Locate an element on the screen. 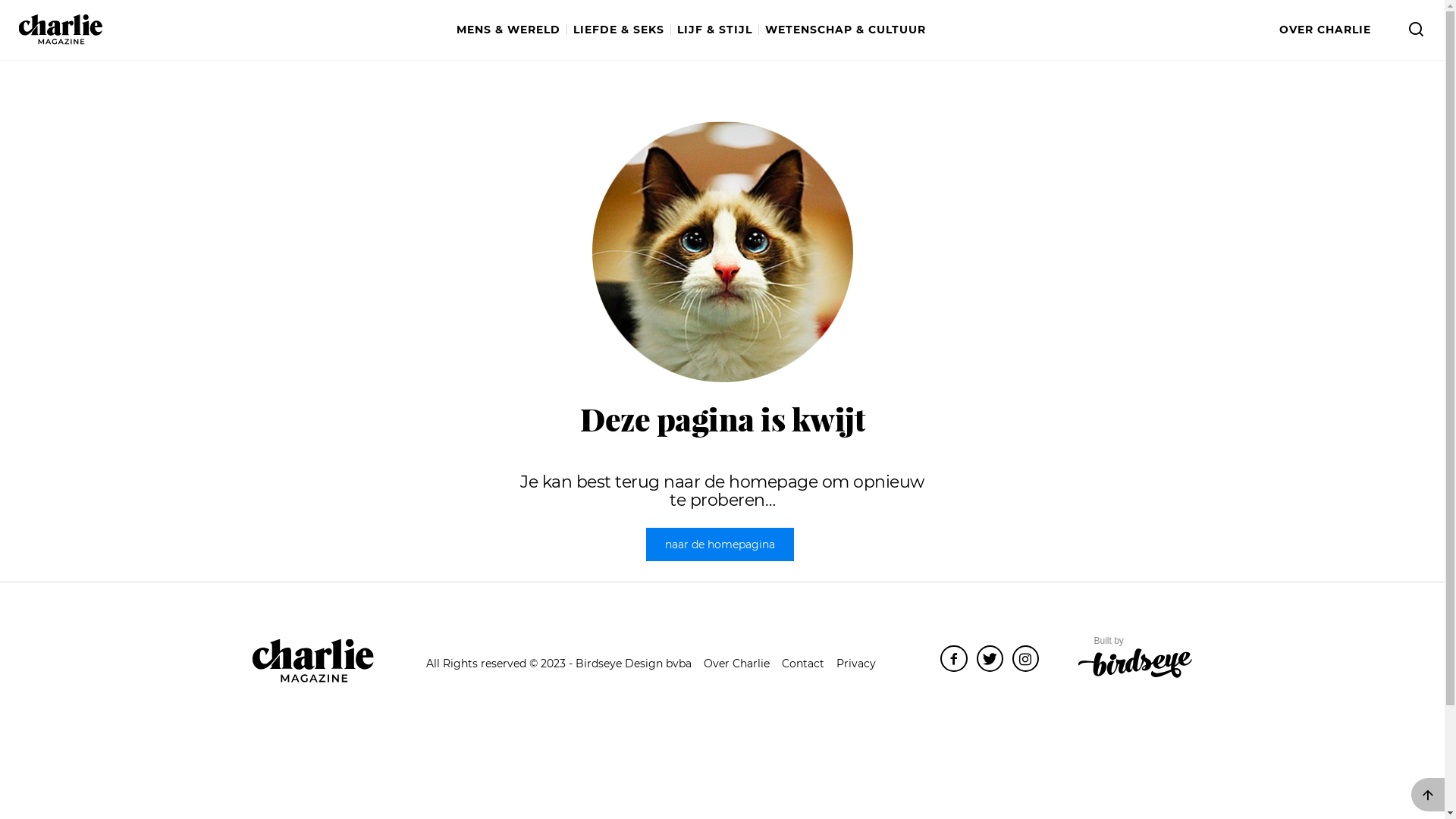  'WETENSCHAP & CULTUUR' is located at coordinates (843, 30).